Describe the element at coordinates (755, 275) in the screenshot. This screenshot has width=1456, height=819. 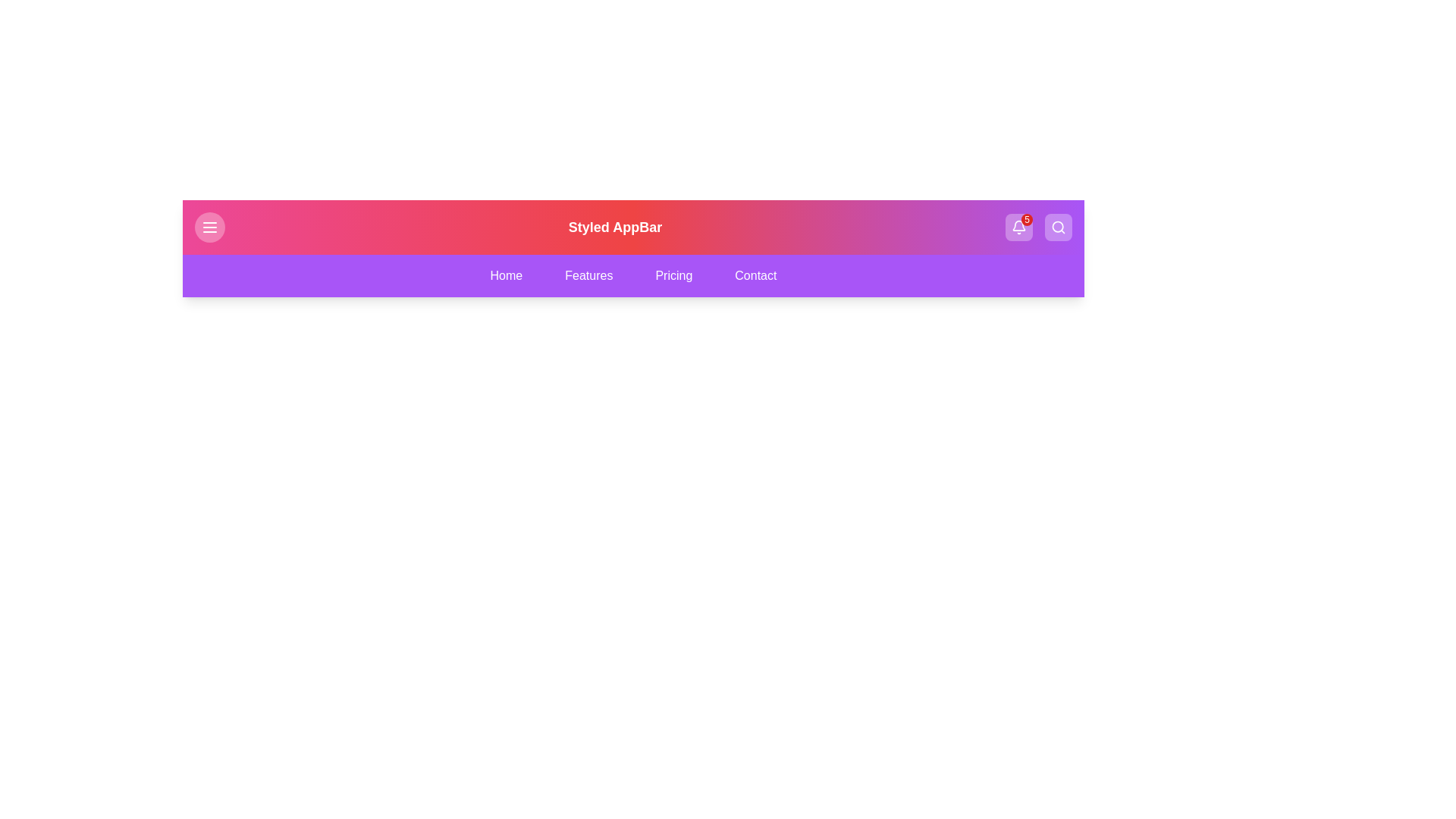
I see `the navigation tab labeled Contact` at that location.